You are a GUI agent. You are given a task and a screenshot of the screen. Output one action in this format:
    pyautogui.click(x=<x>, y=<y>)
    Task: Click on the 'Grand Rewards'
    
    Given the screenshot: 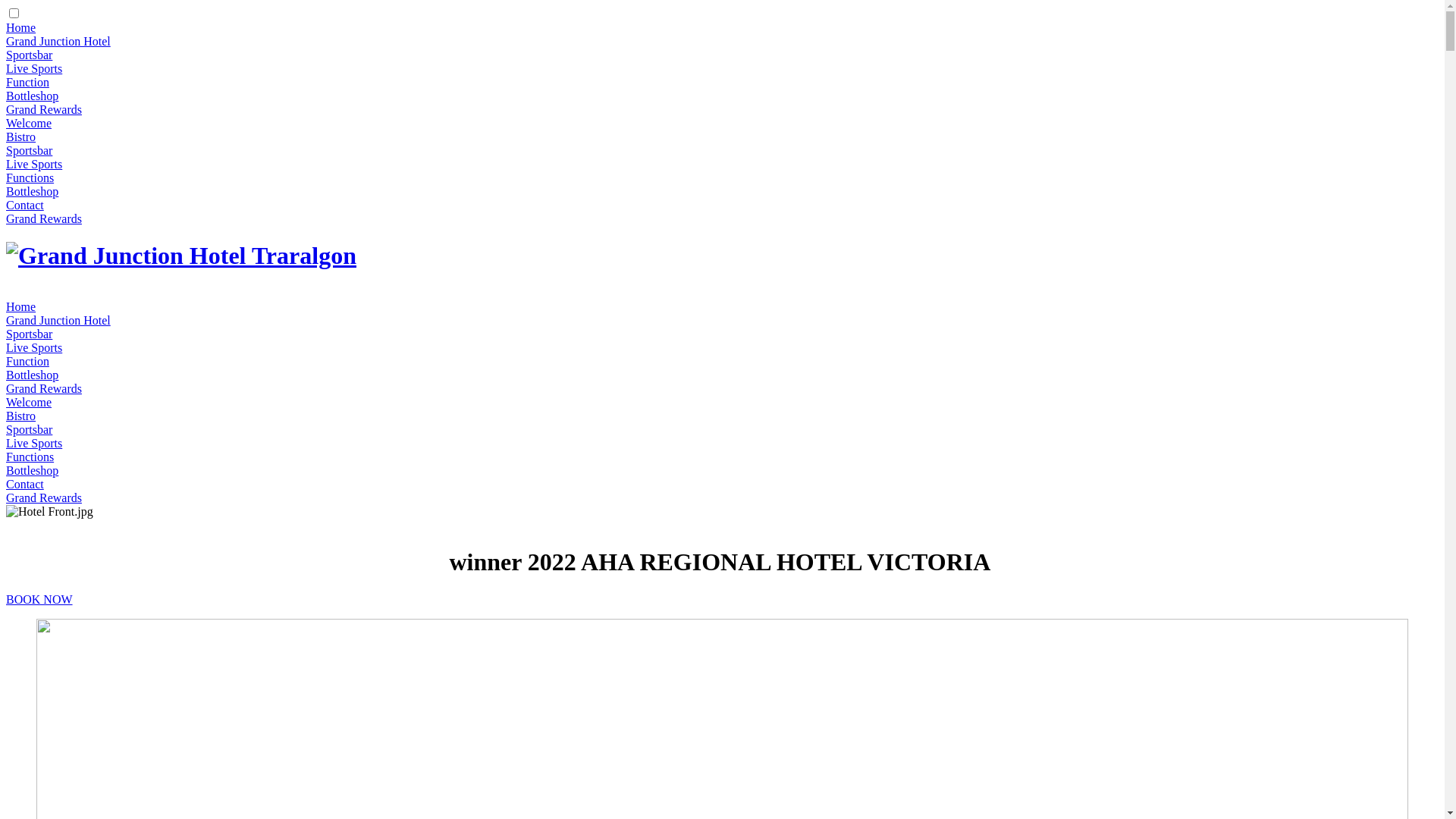 What is the action you would take?
    pyautogui.click(x=43, y=218)
    